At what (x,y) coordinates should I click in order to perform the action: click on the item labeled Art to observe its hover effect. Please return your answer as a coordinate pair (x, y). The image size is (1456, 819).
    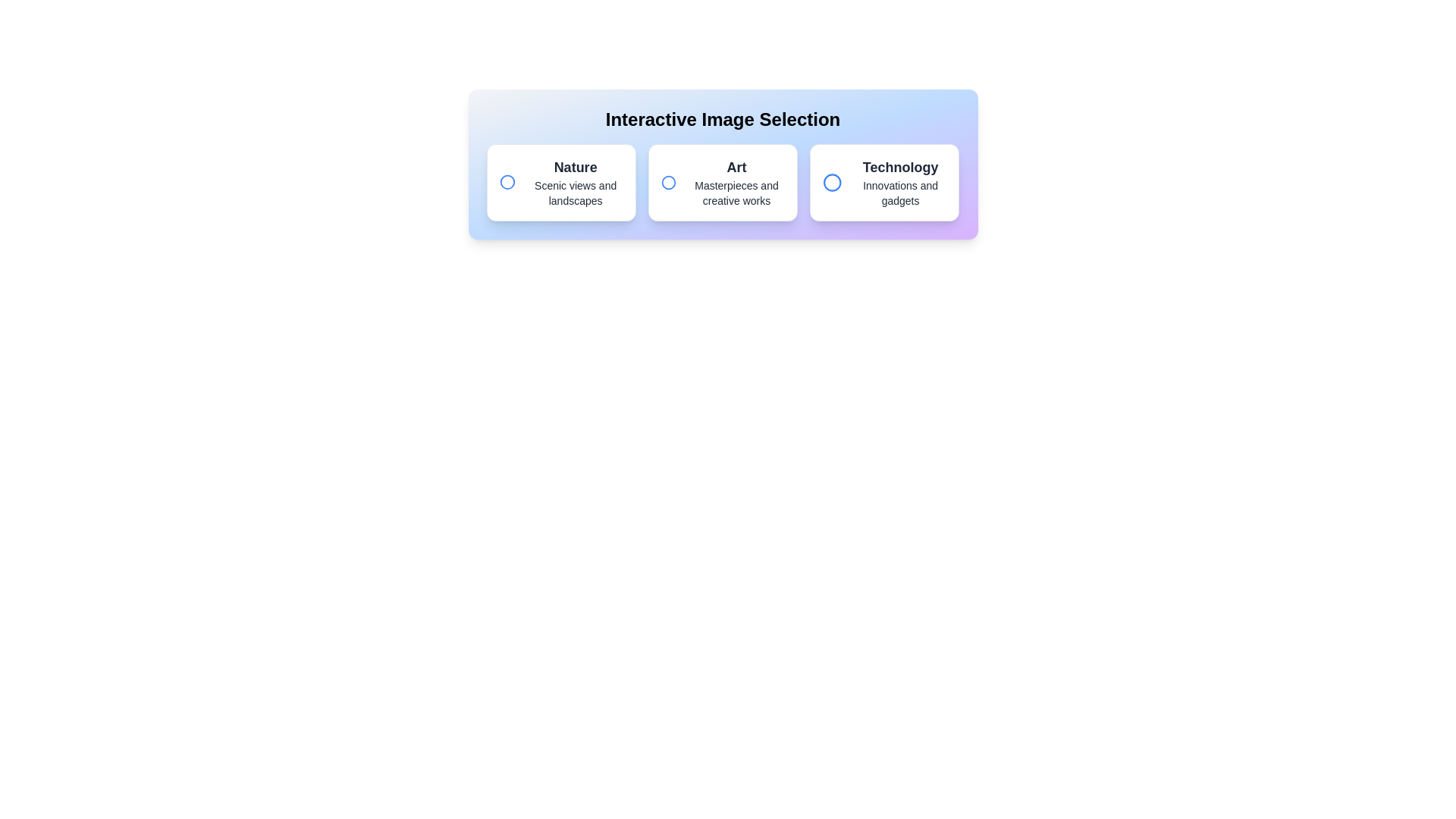
    Looking at the image, I should click on (722, 181).